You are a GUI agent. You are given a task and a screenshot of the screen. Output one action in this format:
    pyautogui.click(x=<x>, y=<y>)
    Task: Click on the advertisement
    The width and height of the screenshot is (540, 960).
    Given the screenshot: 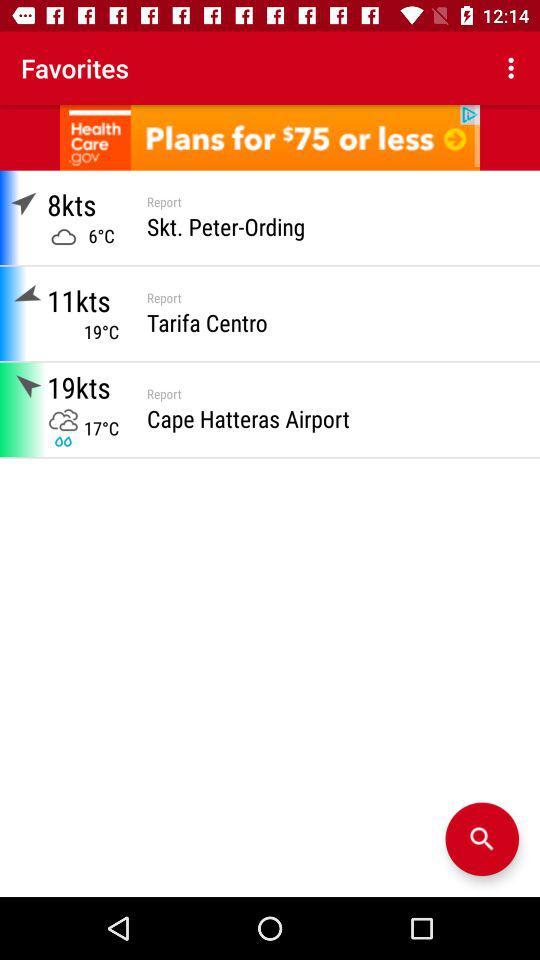 What is the action you would take?
    pyautogui.click(x=270, y=136)
    